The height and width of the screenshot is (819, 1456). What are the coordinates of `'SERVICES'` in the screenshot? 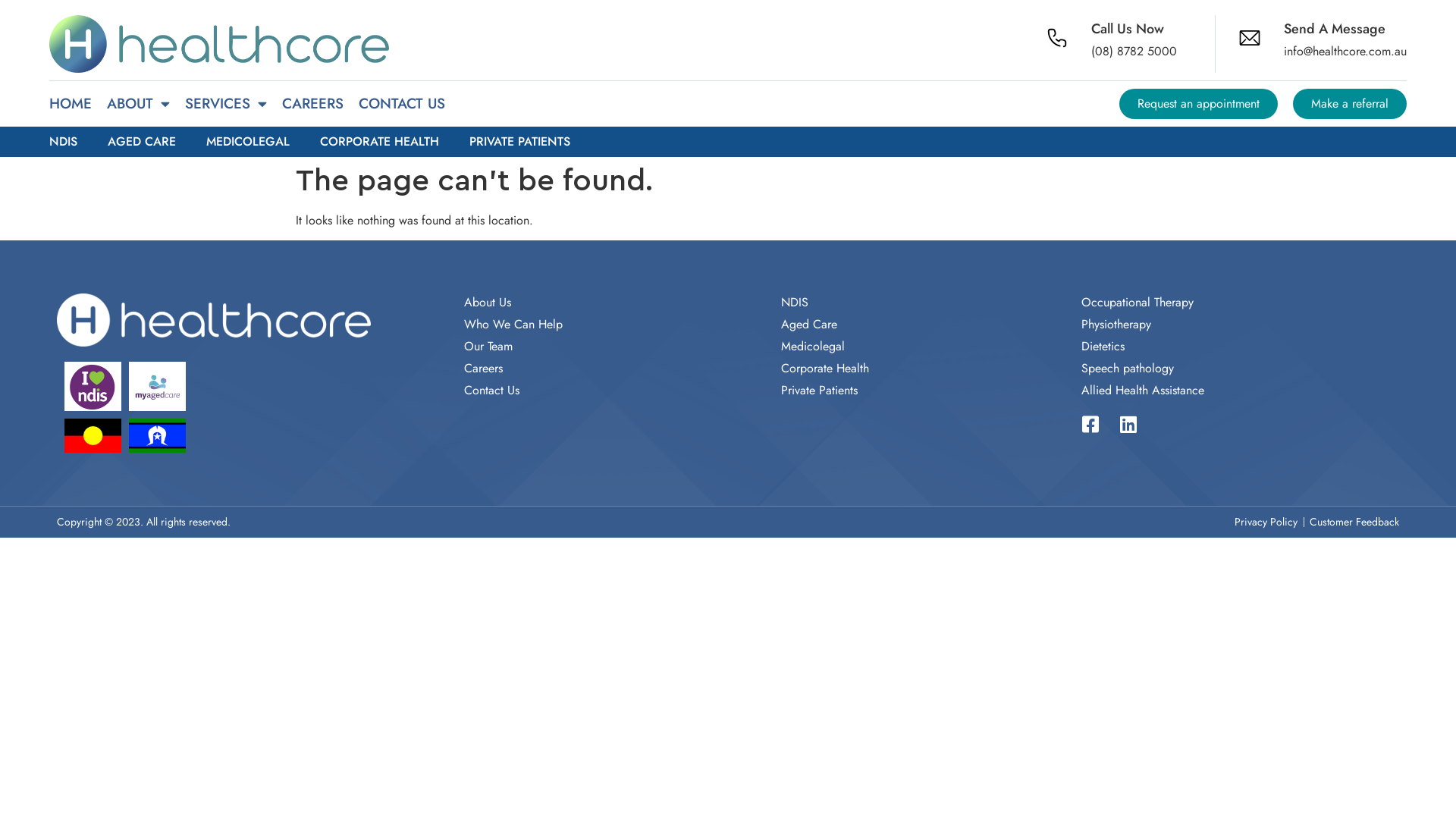 It's located at (184, 103).